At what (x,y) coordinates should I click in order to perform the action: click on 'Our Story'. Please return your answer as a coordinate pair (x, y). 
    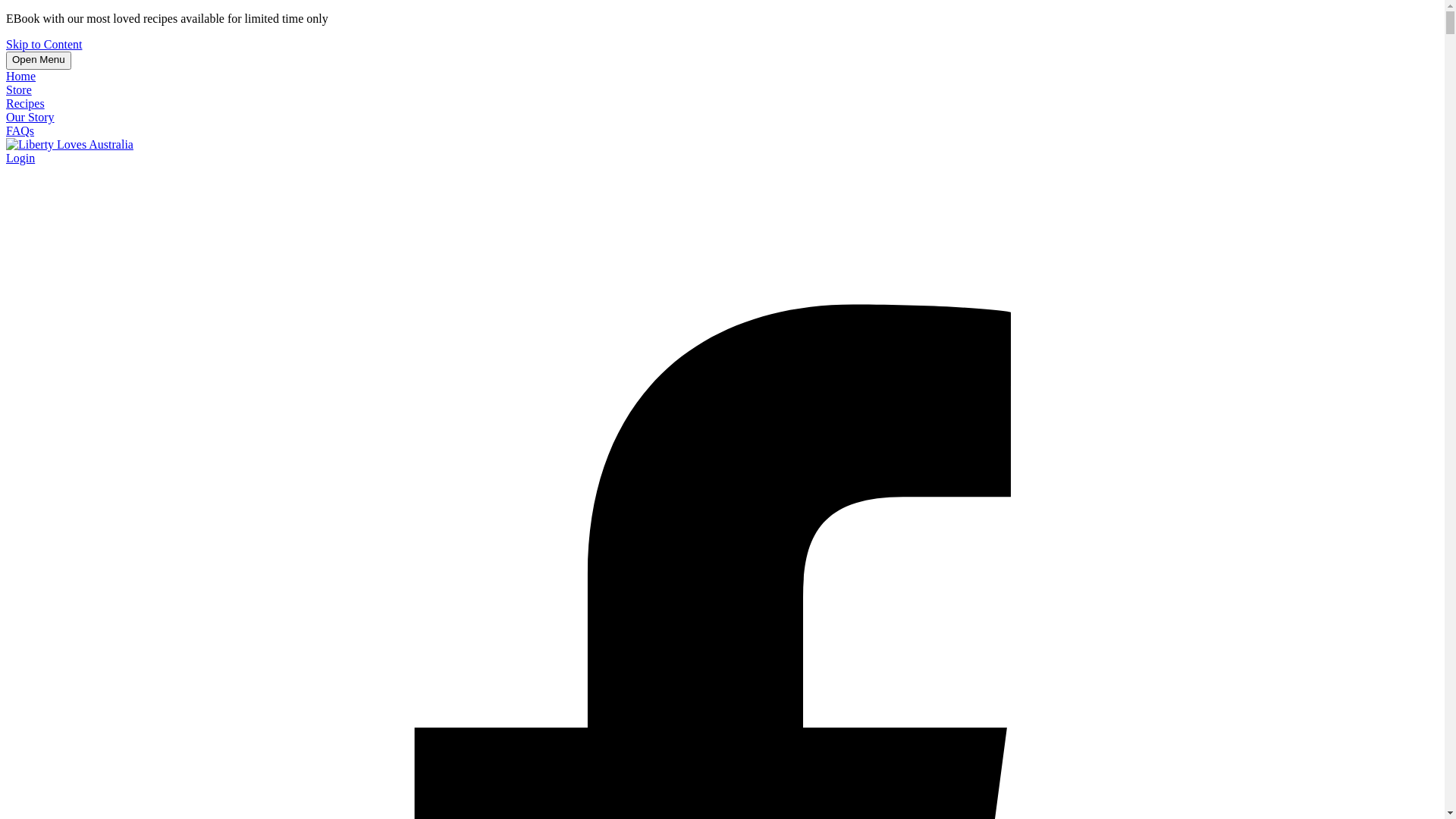
    Looking at the image, I should click on (30, 116).